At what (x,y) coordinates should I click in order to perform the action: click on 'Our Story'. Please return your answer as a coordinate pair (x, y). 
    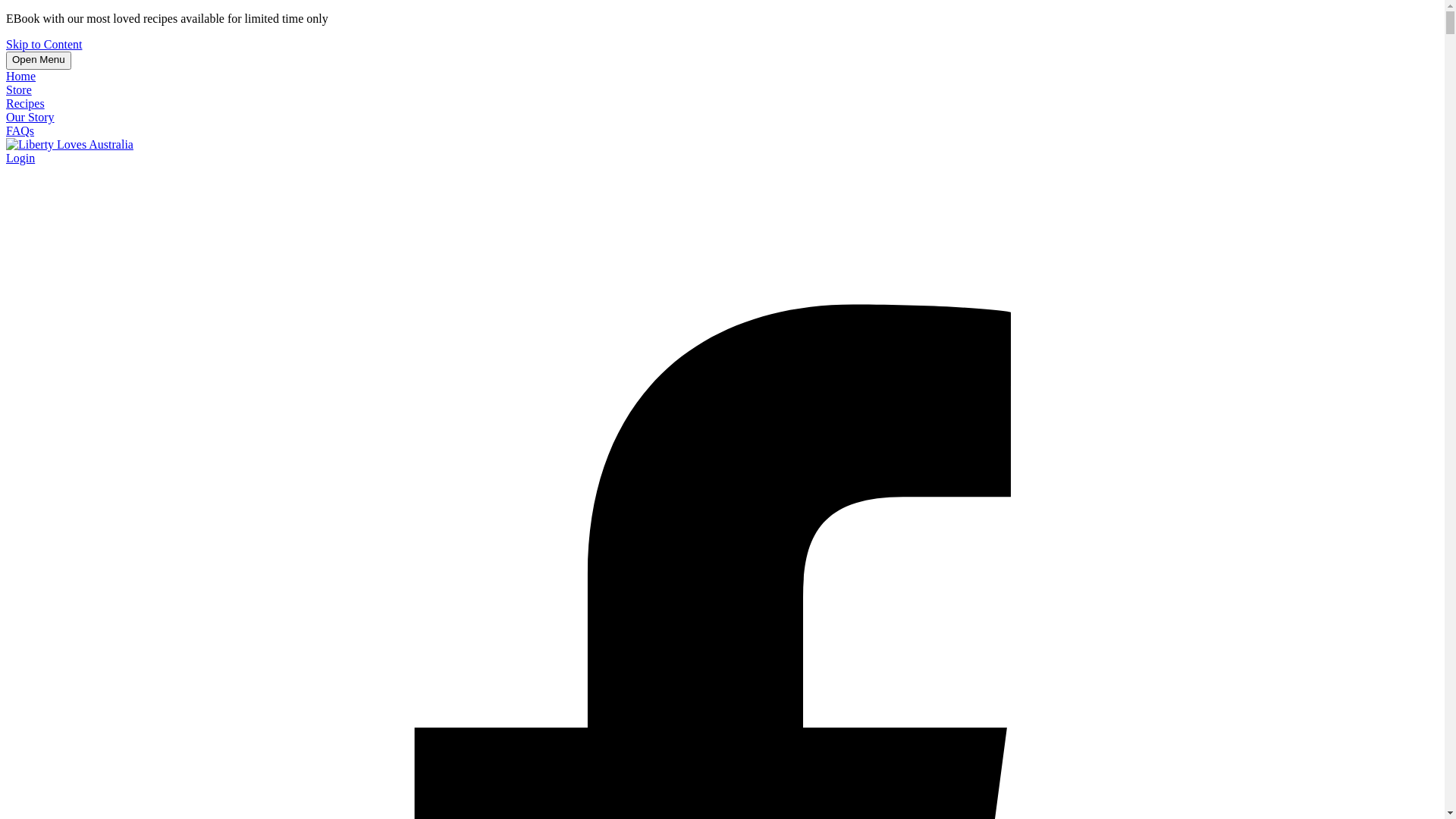
    Looking at the image, I should click on (30, 116).